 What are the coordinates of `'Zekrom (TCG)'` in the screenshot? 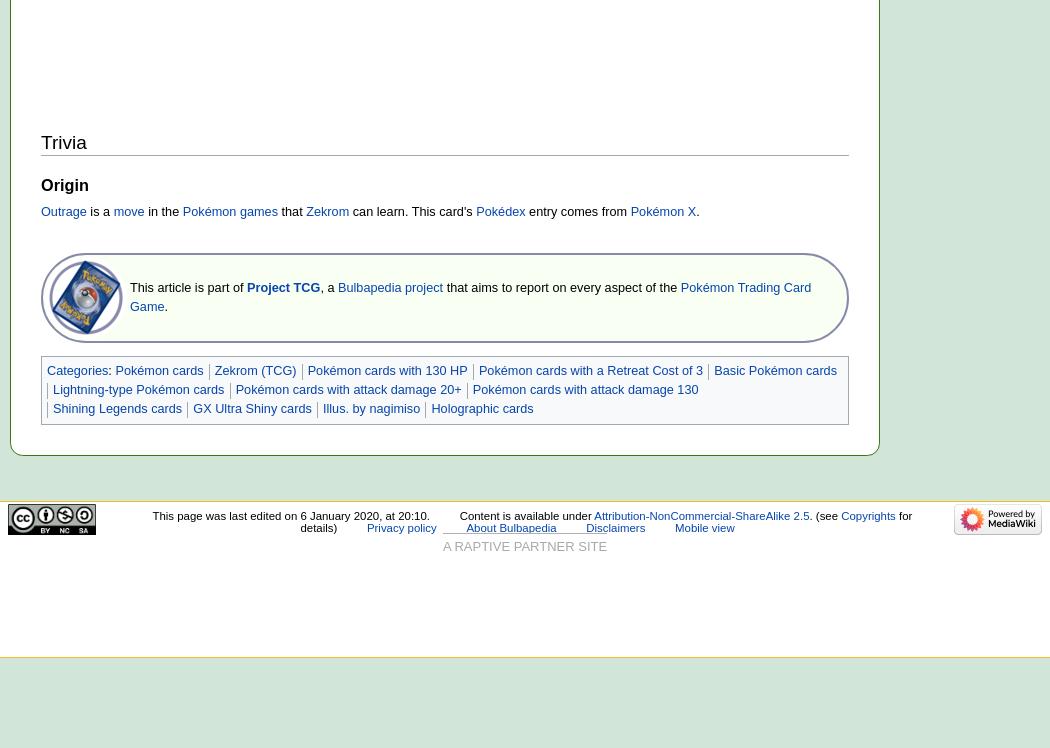 It's located at (212, 370).